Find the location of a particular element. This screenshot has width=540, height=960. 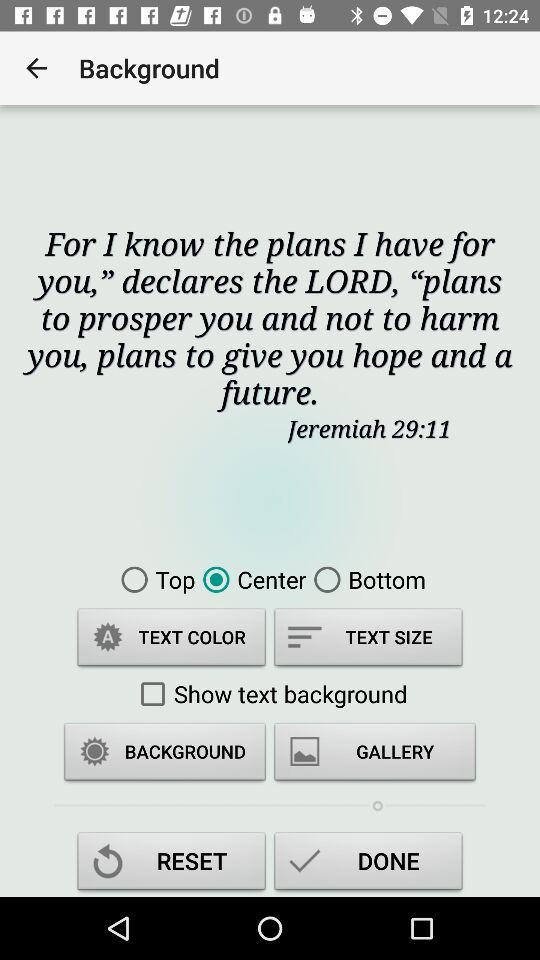

app to the left of the background item is located at coordinates (36, 68).